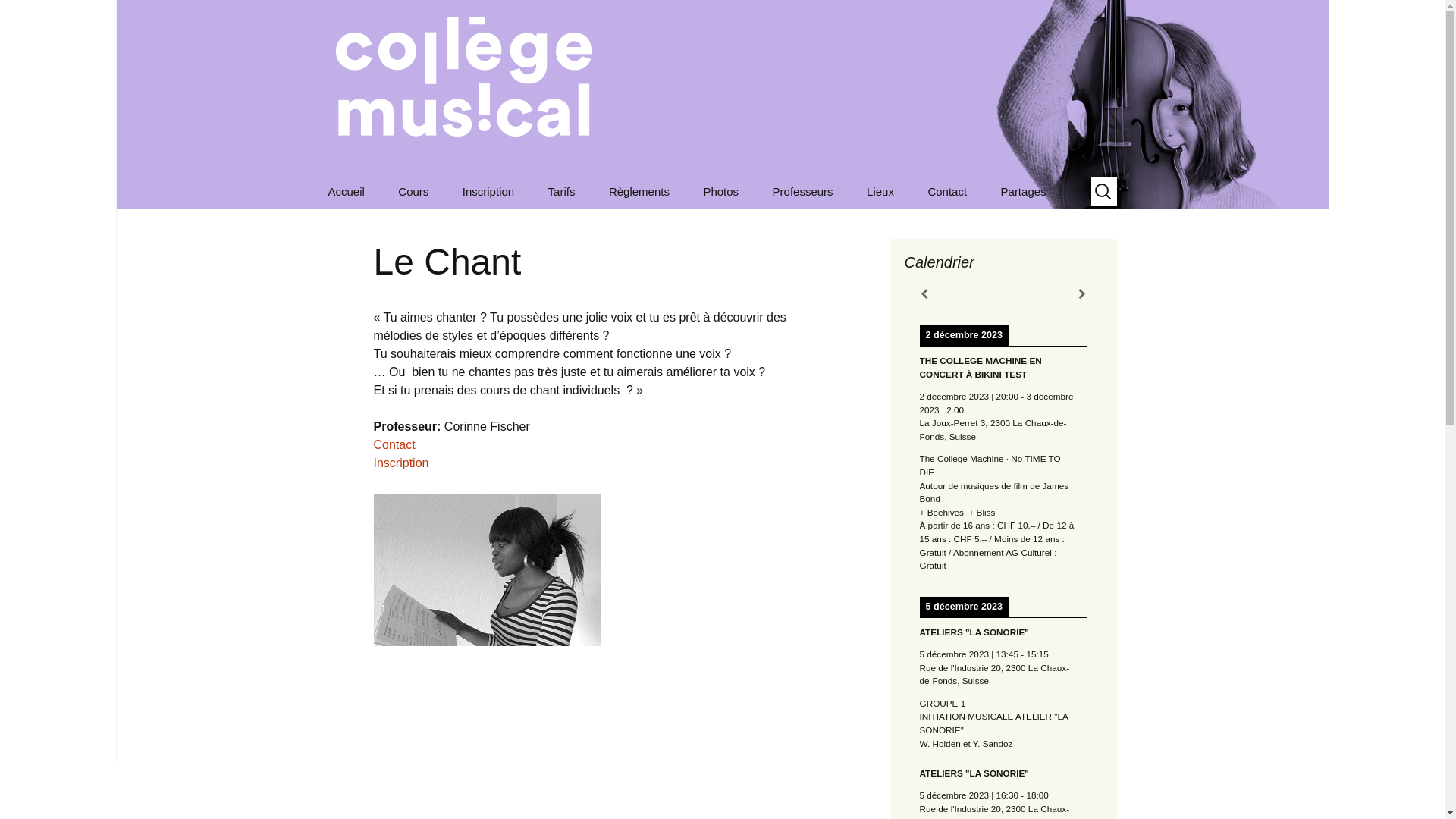 This screenshot has height=819, width=1456. I want to click on 'Tarifs', so click(560, 190).